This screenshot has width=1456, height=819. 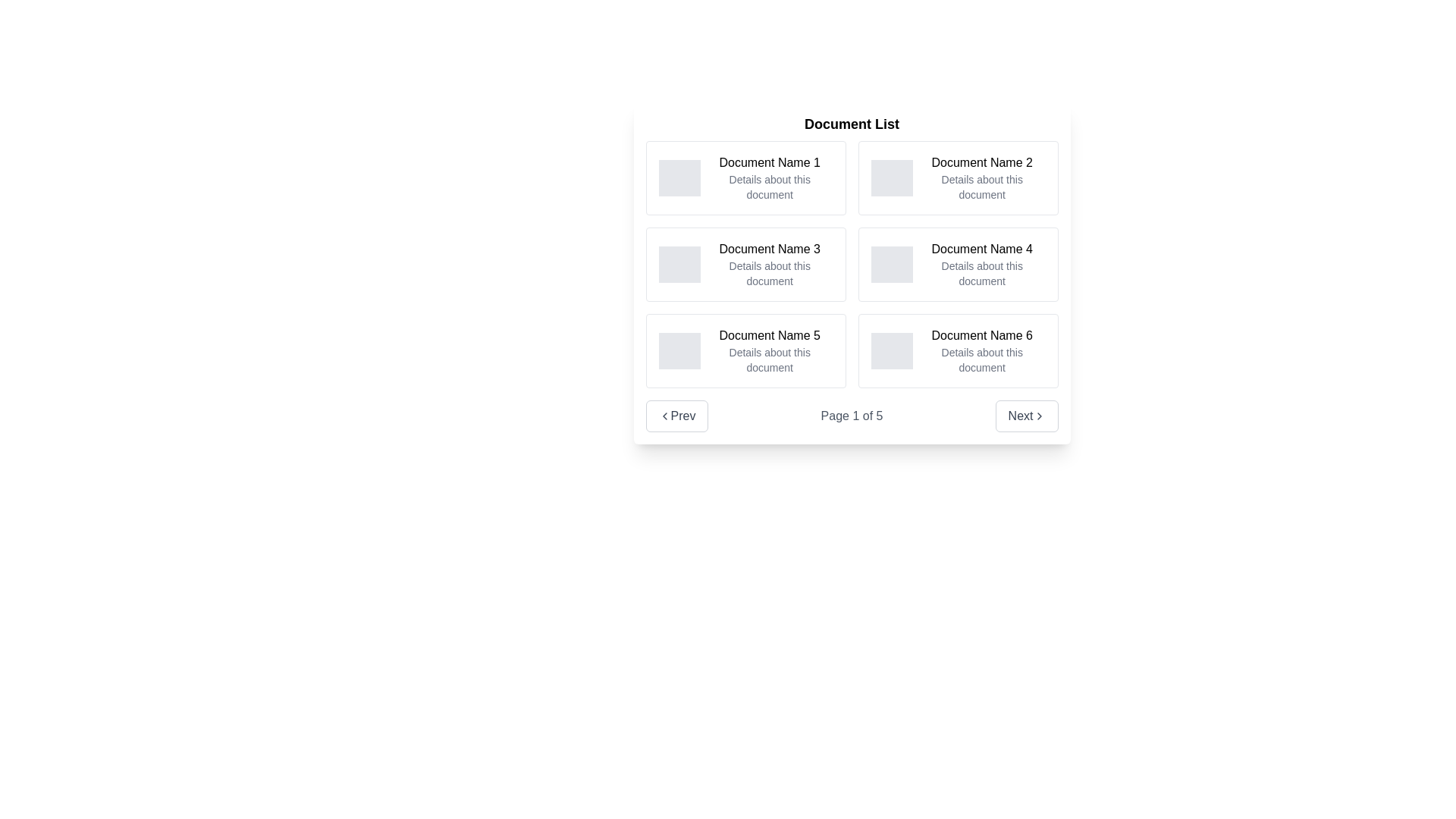 What do you see at coordinates (769, 350) in the screenshot?
I see `the list item displaying 'Document Name 5'` at bounding box center [769, 350].